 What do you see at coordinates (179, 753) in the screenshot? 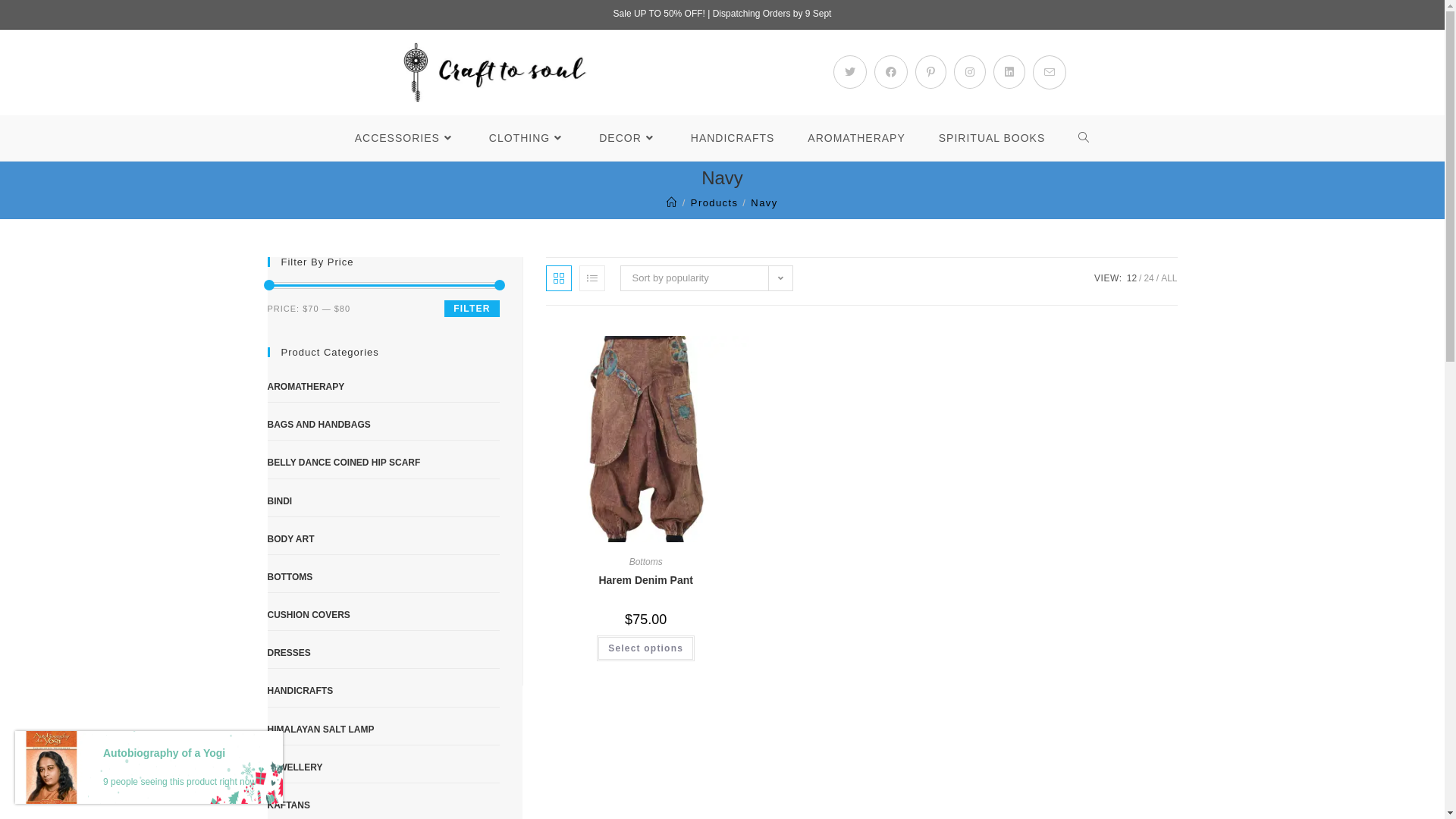
I see `'Autobiography of a Yogi'` at bounding box center [179, 753].